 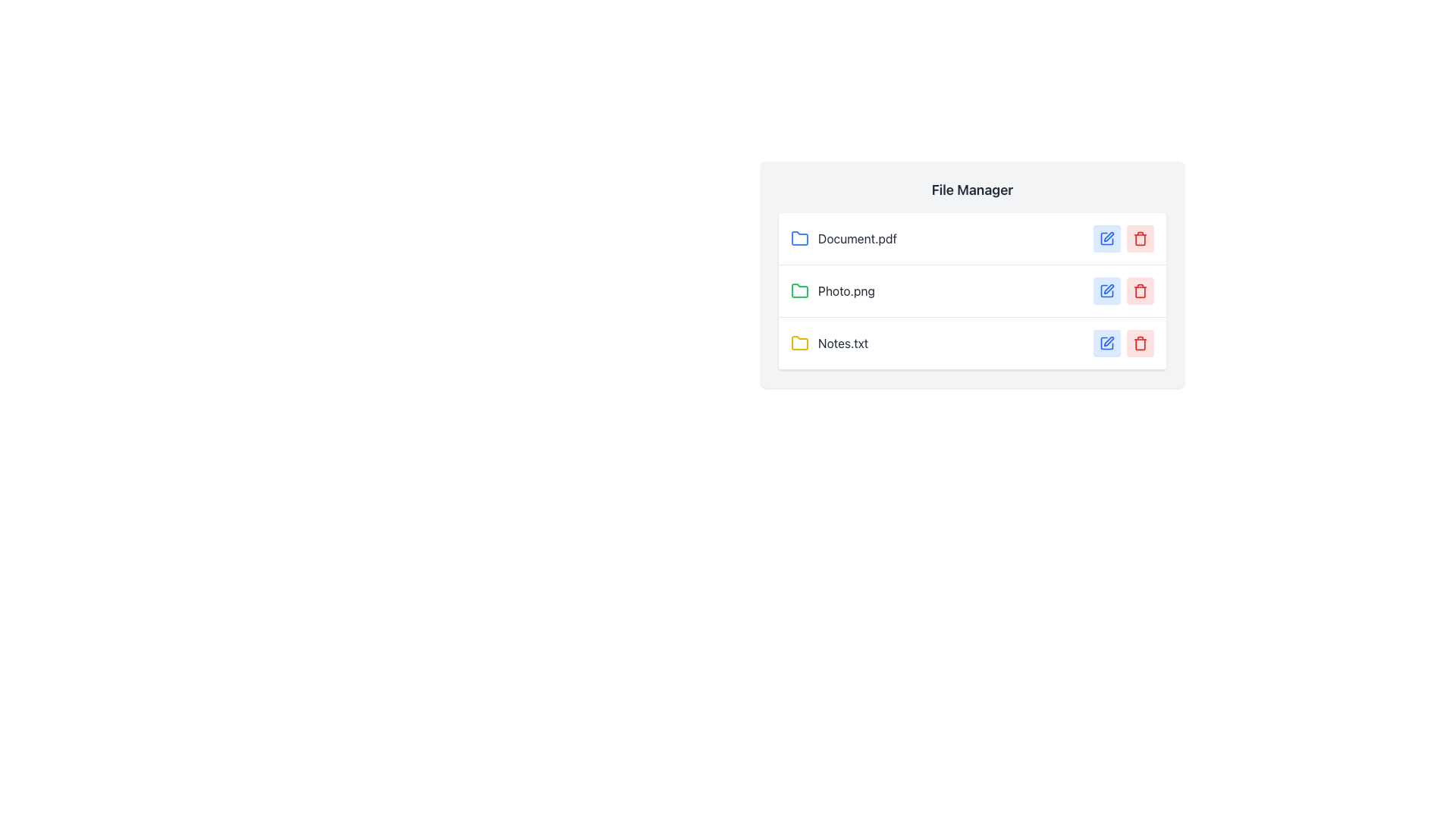 What do you see at coordinates (843, 239) in the screenshot?
I see `the 'Document.pdf' file item in the File Manager list` at bounding box center [843, 239].